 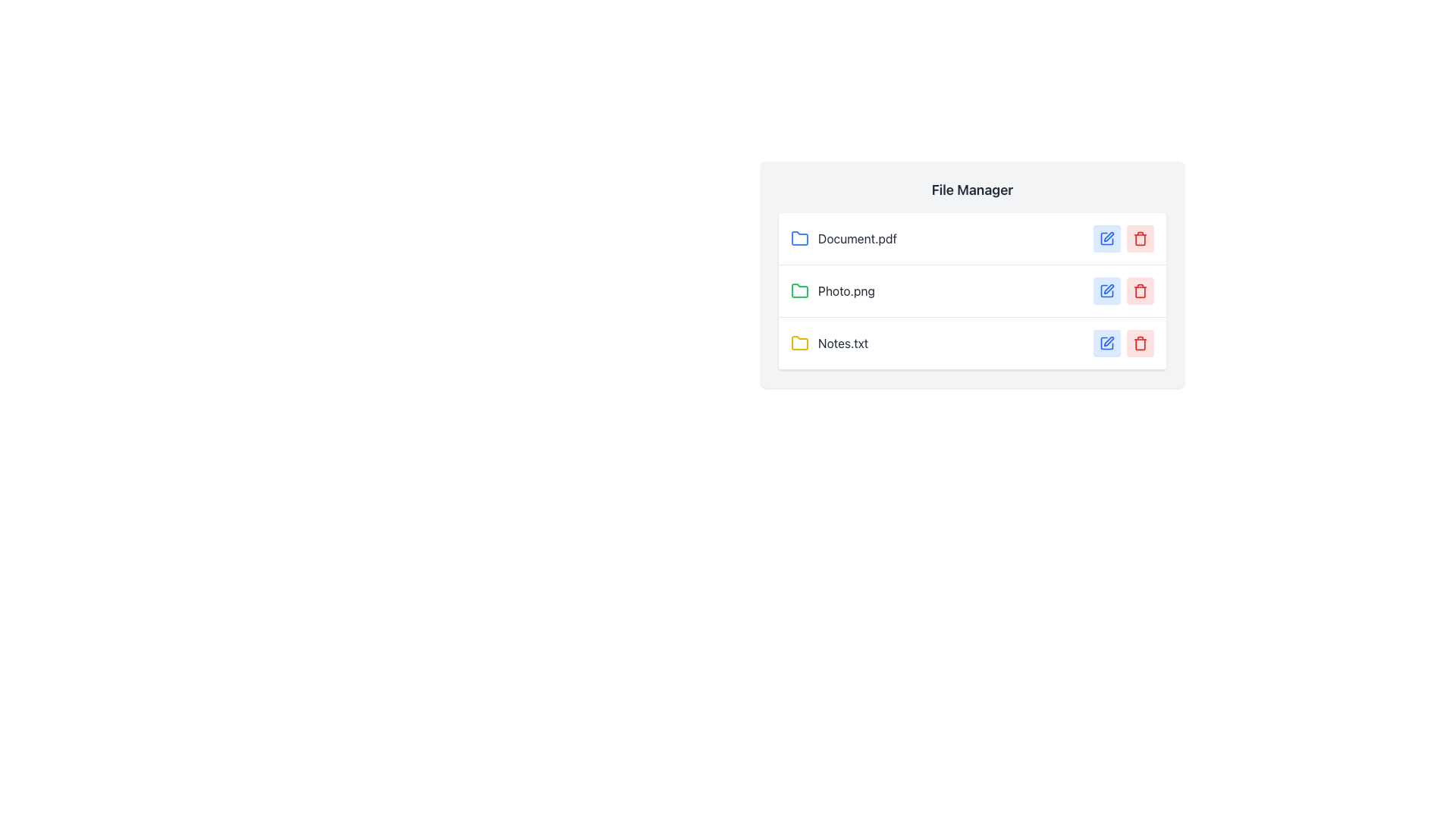 What do you see at coordinates (843, 239) in the screenshot?
I see `the 'Document.pdf' file item in the File Manager list` at bounding box center [843, 239].